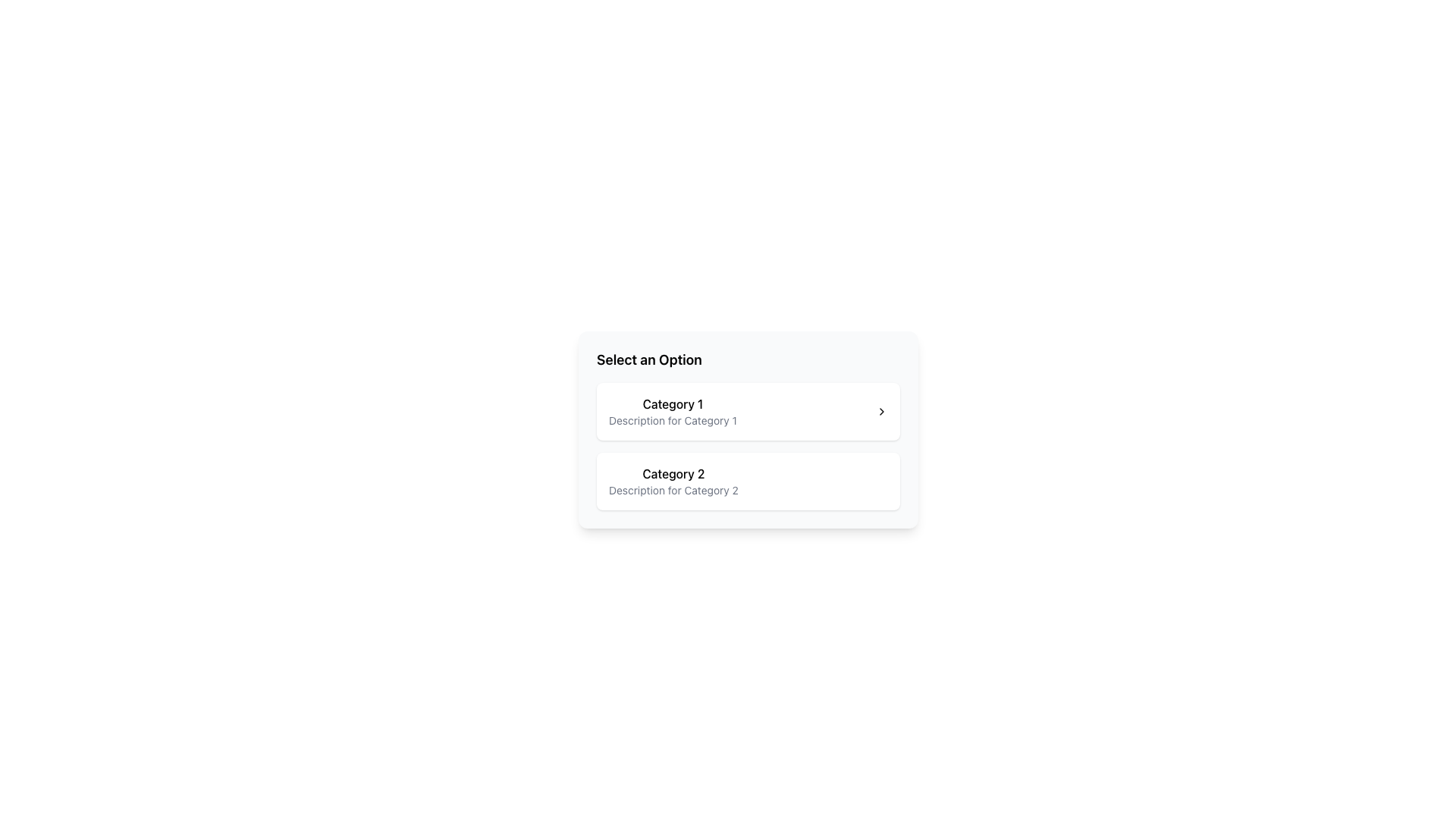 This screenshot has height=819, width=1456. What do you see at coordinates (672, 421) in the screenshot?
I see `text snippet styled in smaller gray font that says 'Description for Category 1', located directly under the bold header 'Category 1' in the first selection card` at bounding box center [672, 421].